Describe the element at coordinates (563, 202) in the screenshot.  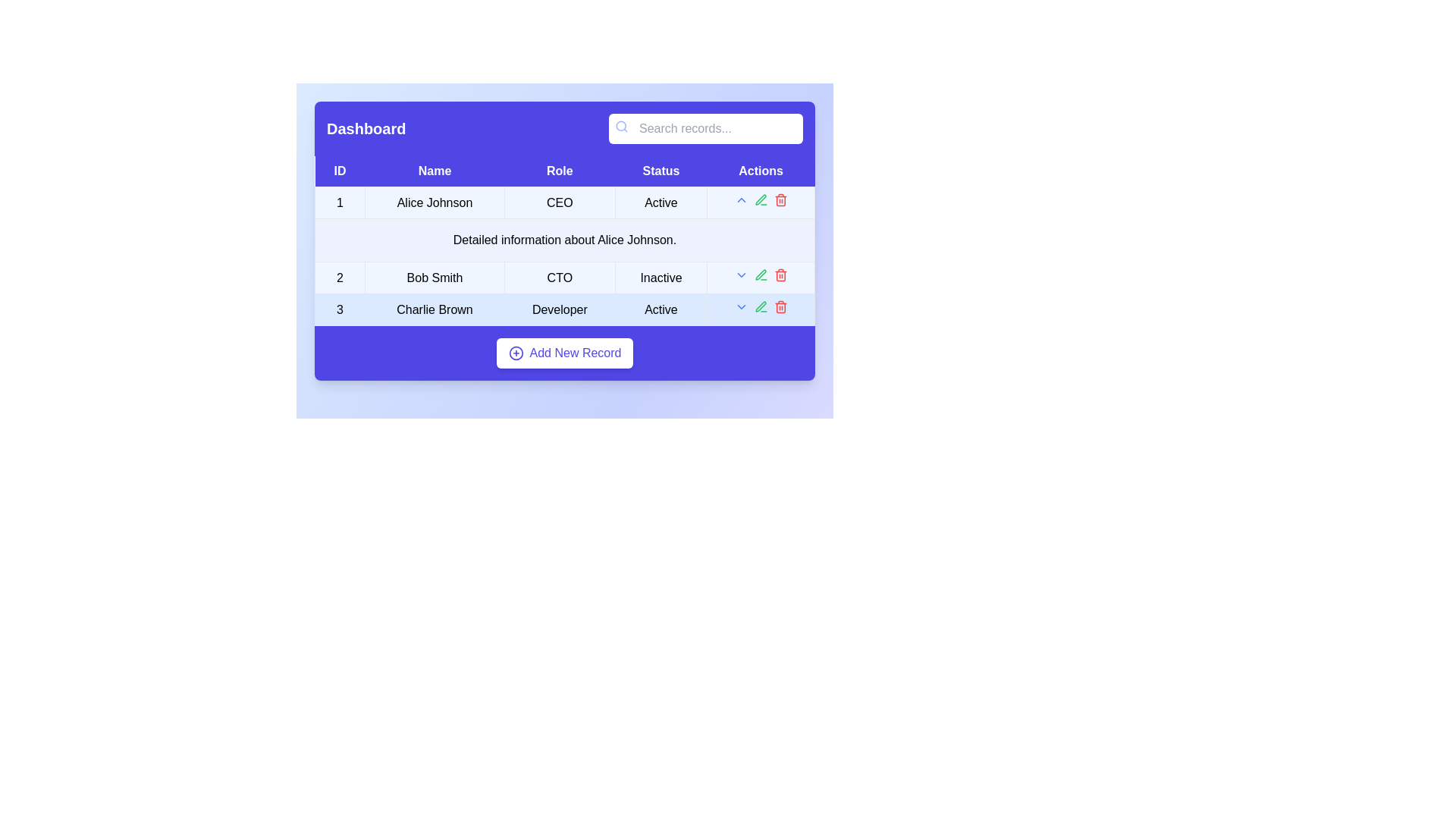
I see `the text element displaying the role 'CEO' for 'Alice Johnson' in the third column of the table` at that location.